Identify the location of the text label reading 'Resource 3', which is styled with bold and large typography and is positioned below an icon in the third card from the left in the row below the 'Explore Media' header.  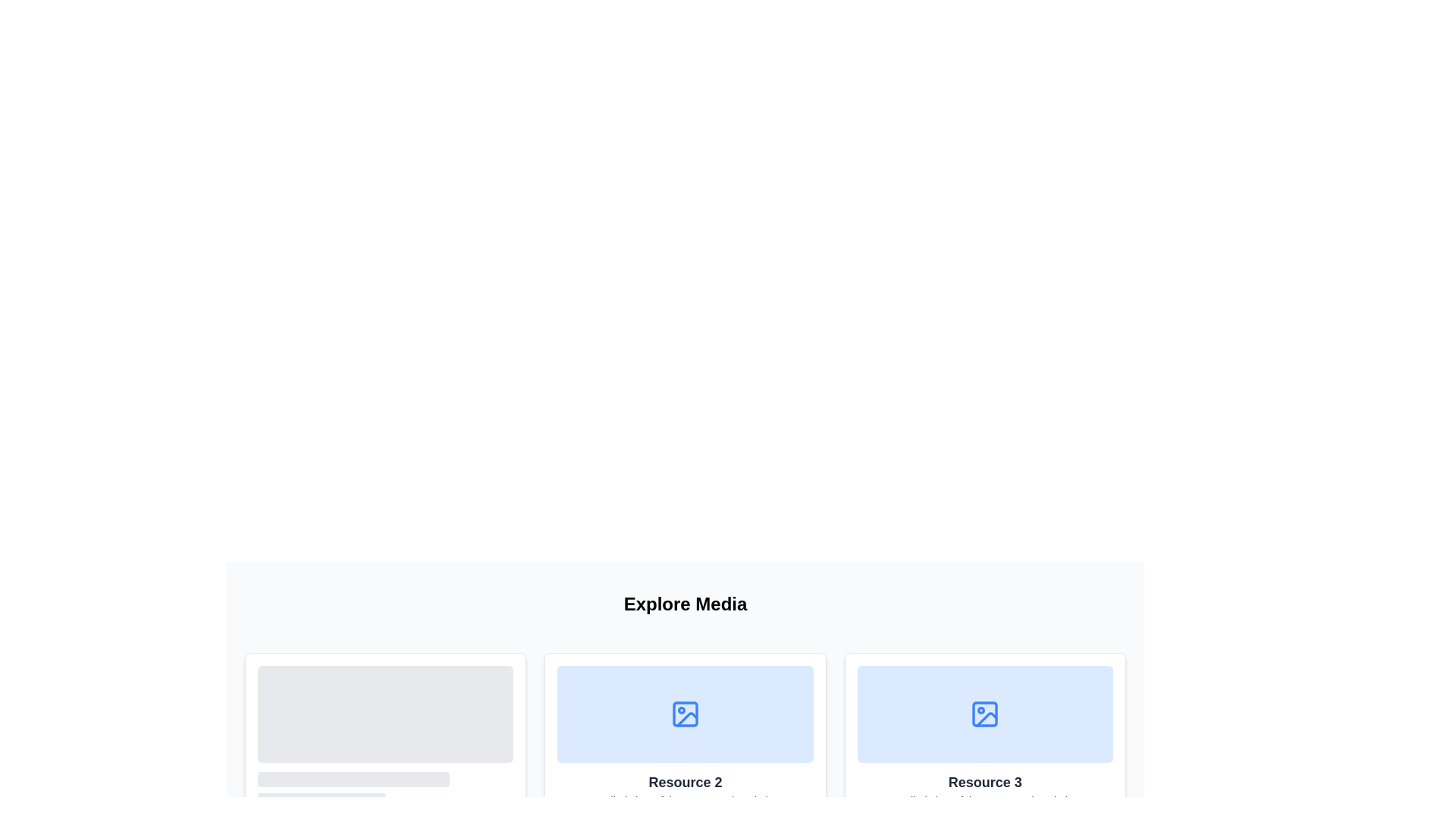
(985, 783).